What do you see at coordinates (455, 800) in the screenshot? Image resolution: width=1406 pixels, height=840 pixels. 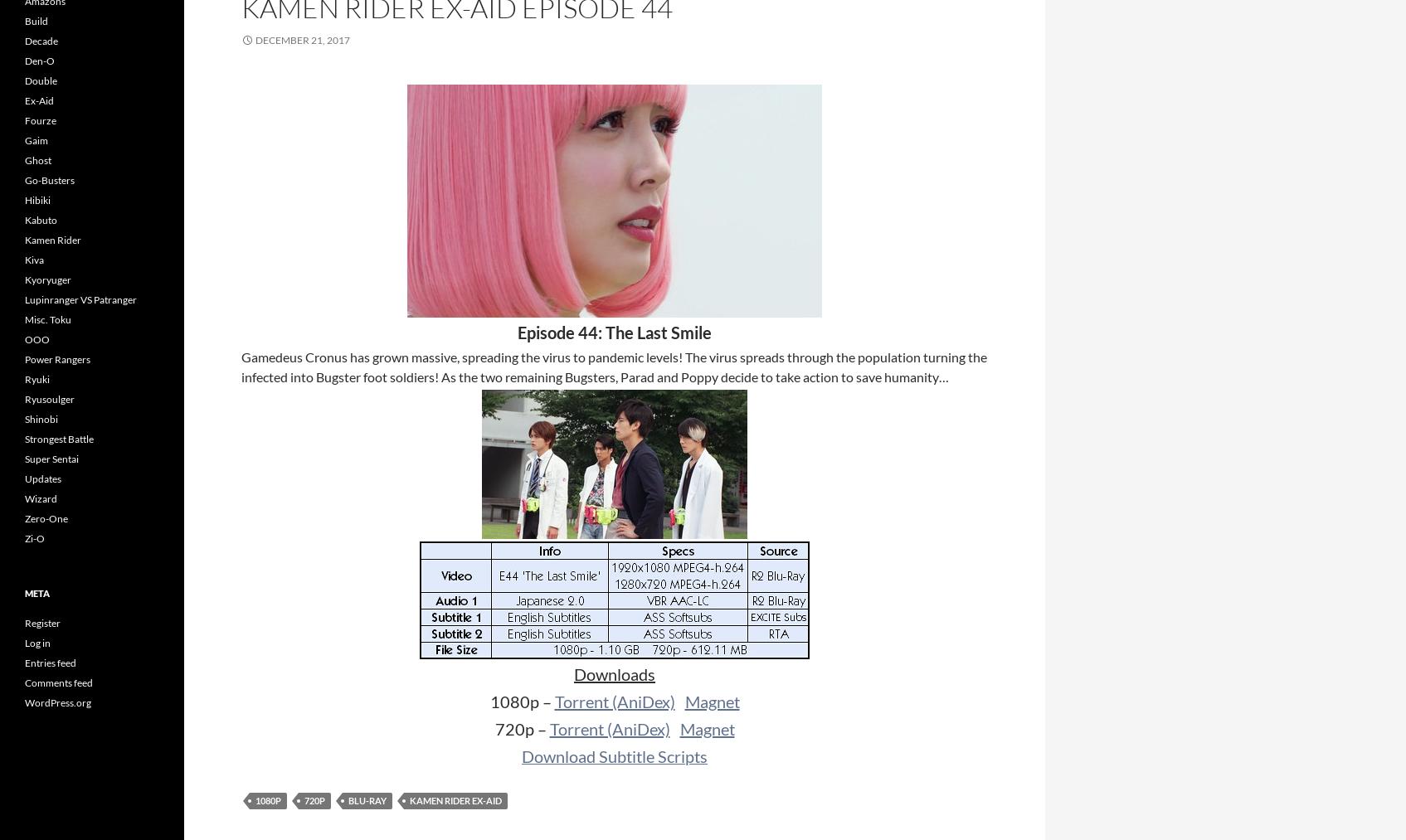 I see `'Kamen Rider Ex-Aid'` at bounding box center [455, 800].